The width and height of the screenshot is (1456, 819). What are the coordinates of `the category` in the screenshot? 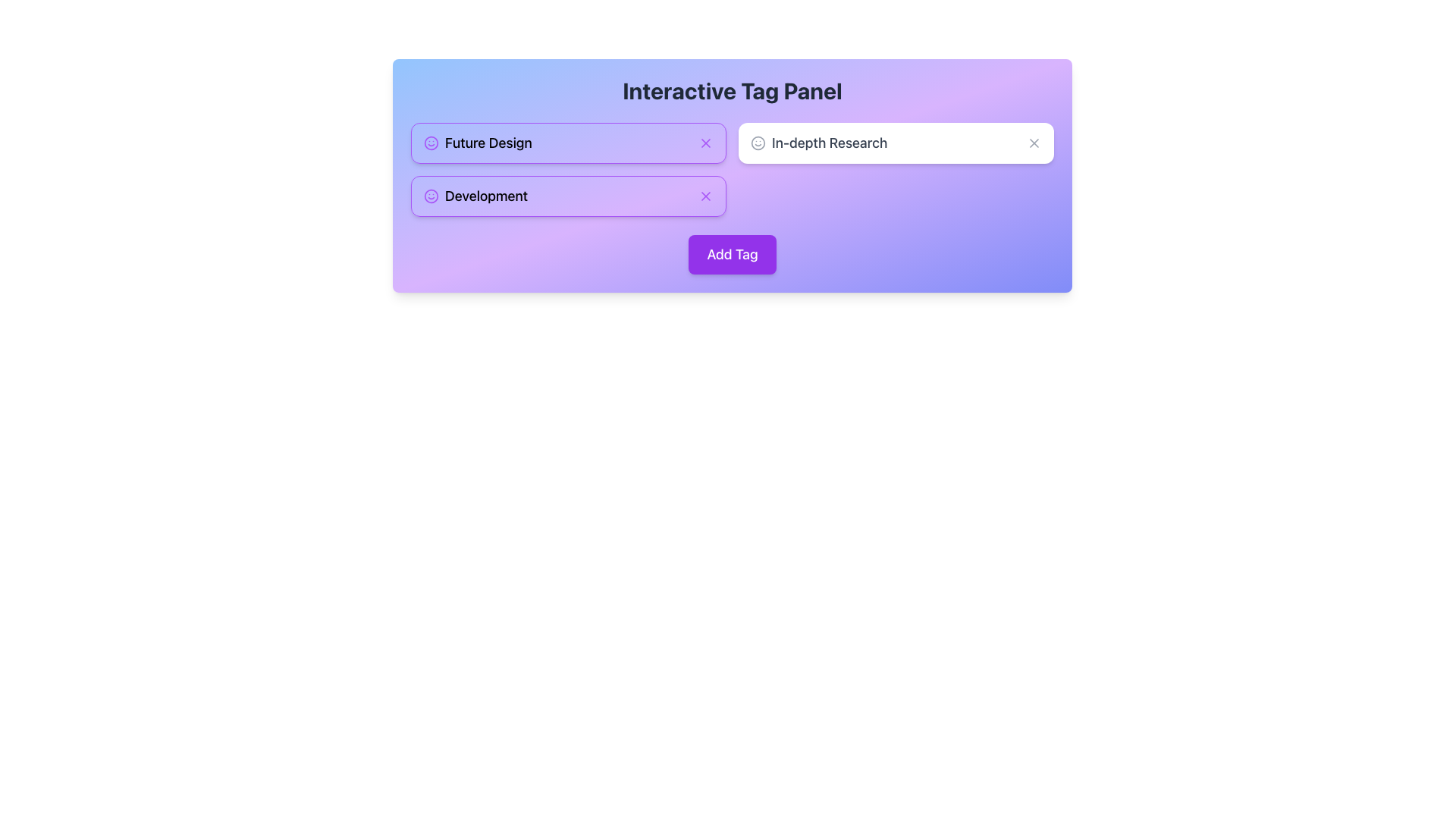 It's located at (486, 195).